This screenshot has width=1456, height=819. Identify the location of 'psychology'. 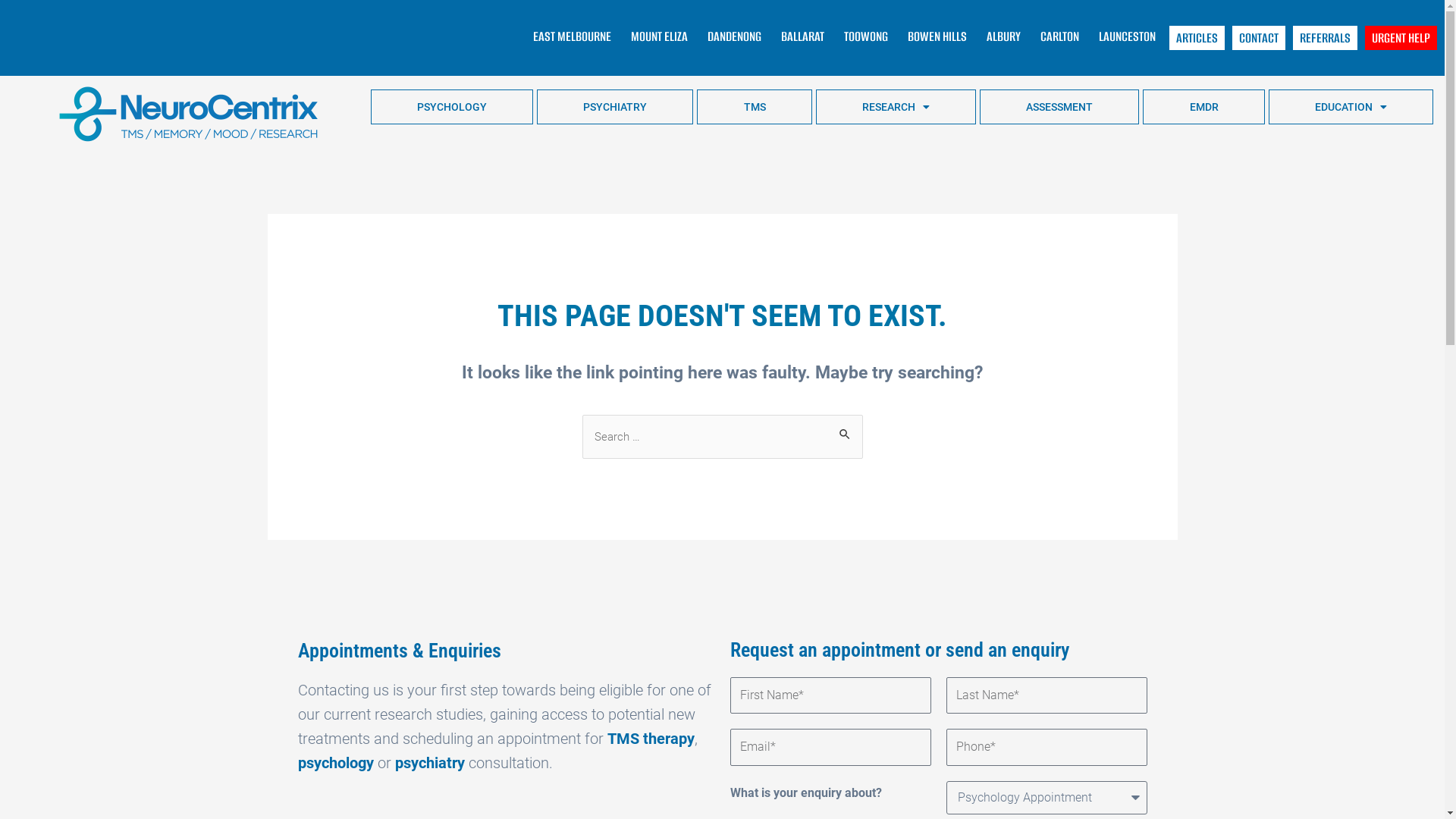
(334, 763).